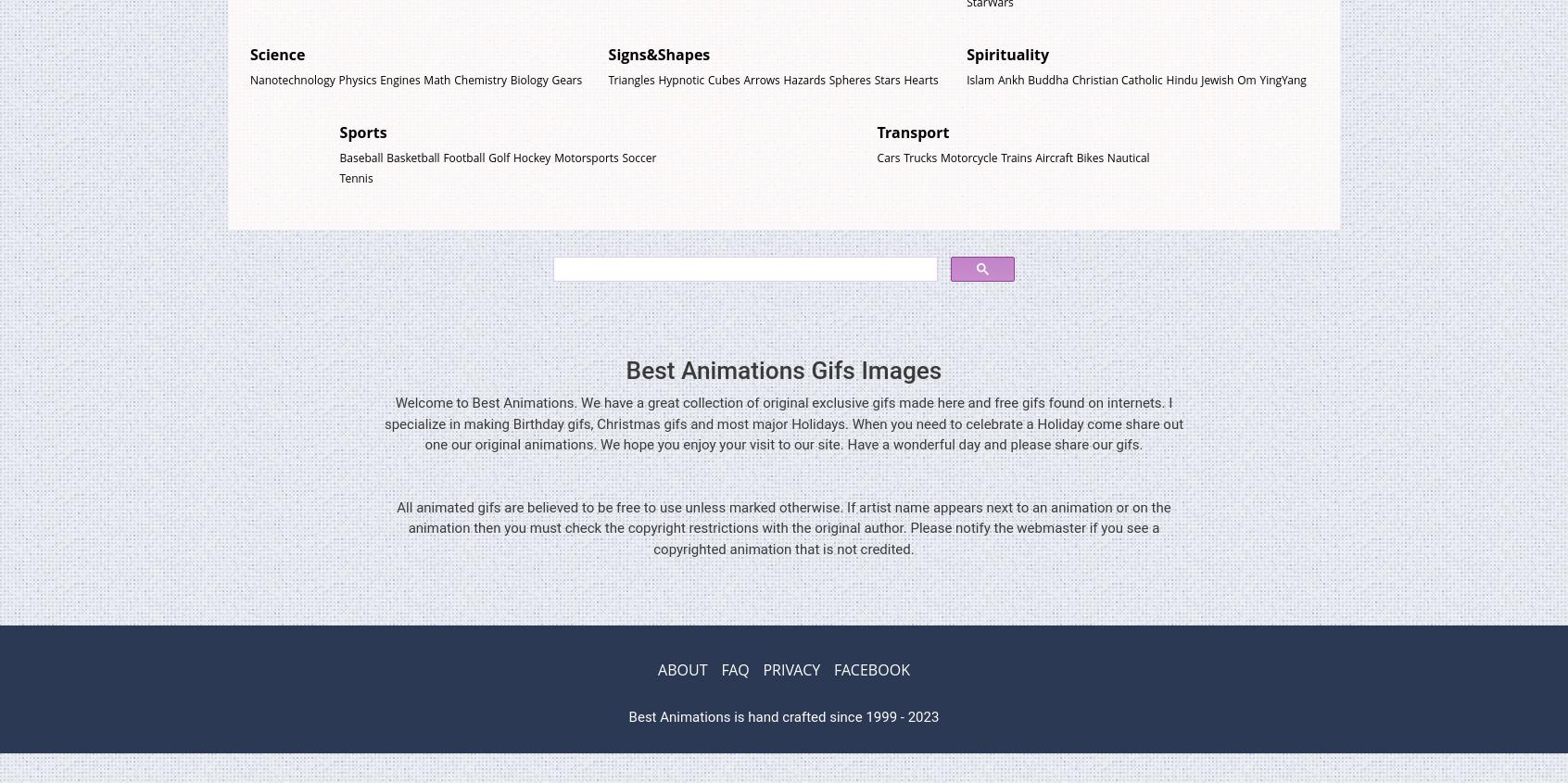  What do you see at coordinates (980, 78) in the screenshot?
I see `'Islam'` at bounding box center [980, 78].